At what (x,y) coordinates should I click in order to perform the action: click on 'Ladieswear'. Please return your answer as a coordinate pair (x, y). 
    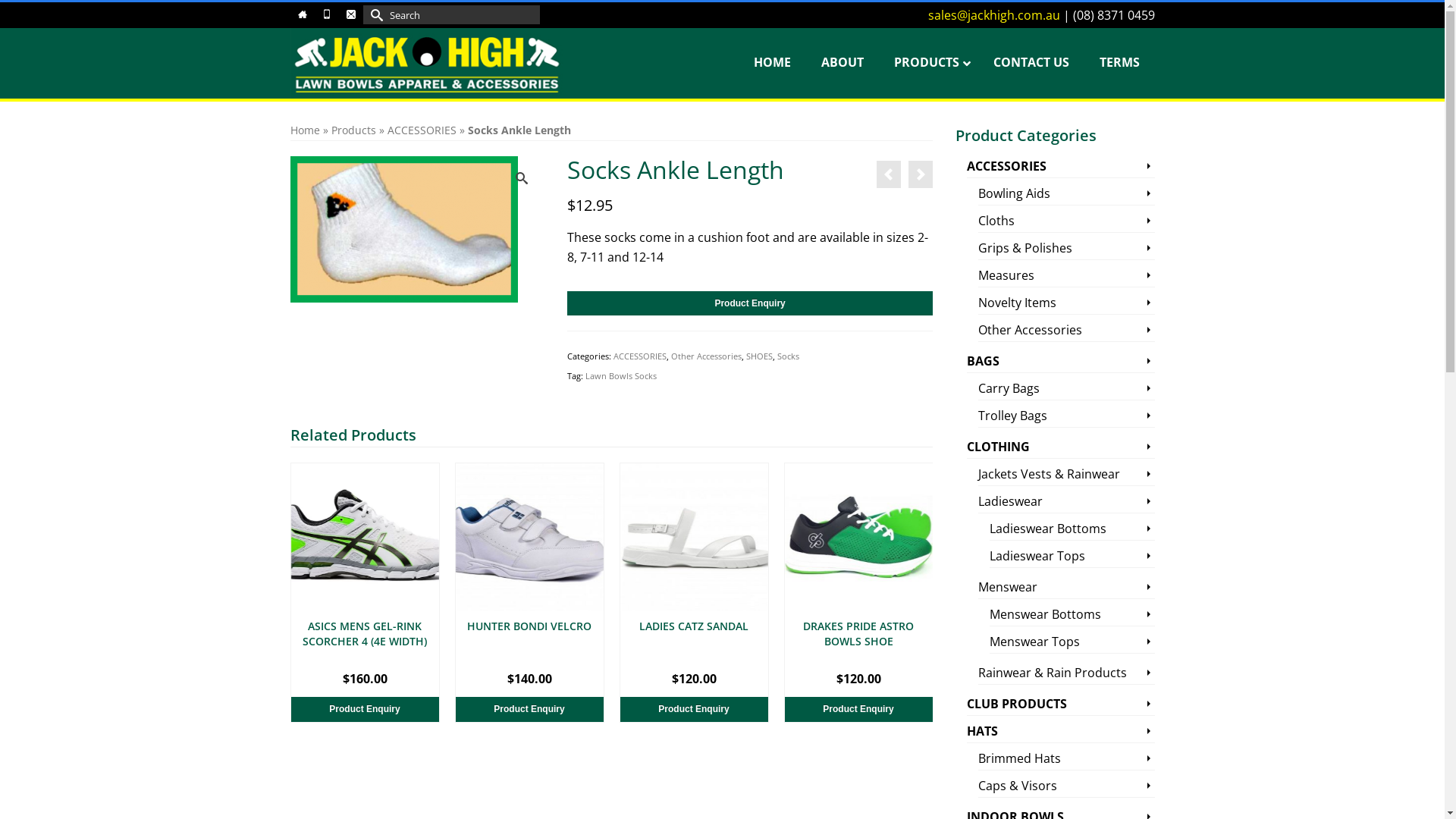
    Looking at the image, I should click on (1065, 501).